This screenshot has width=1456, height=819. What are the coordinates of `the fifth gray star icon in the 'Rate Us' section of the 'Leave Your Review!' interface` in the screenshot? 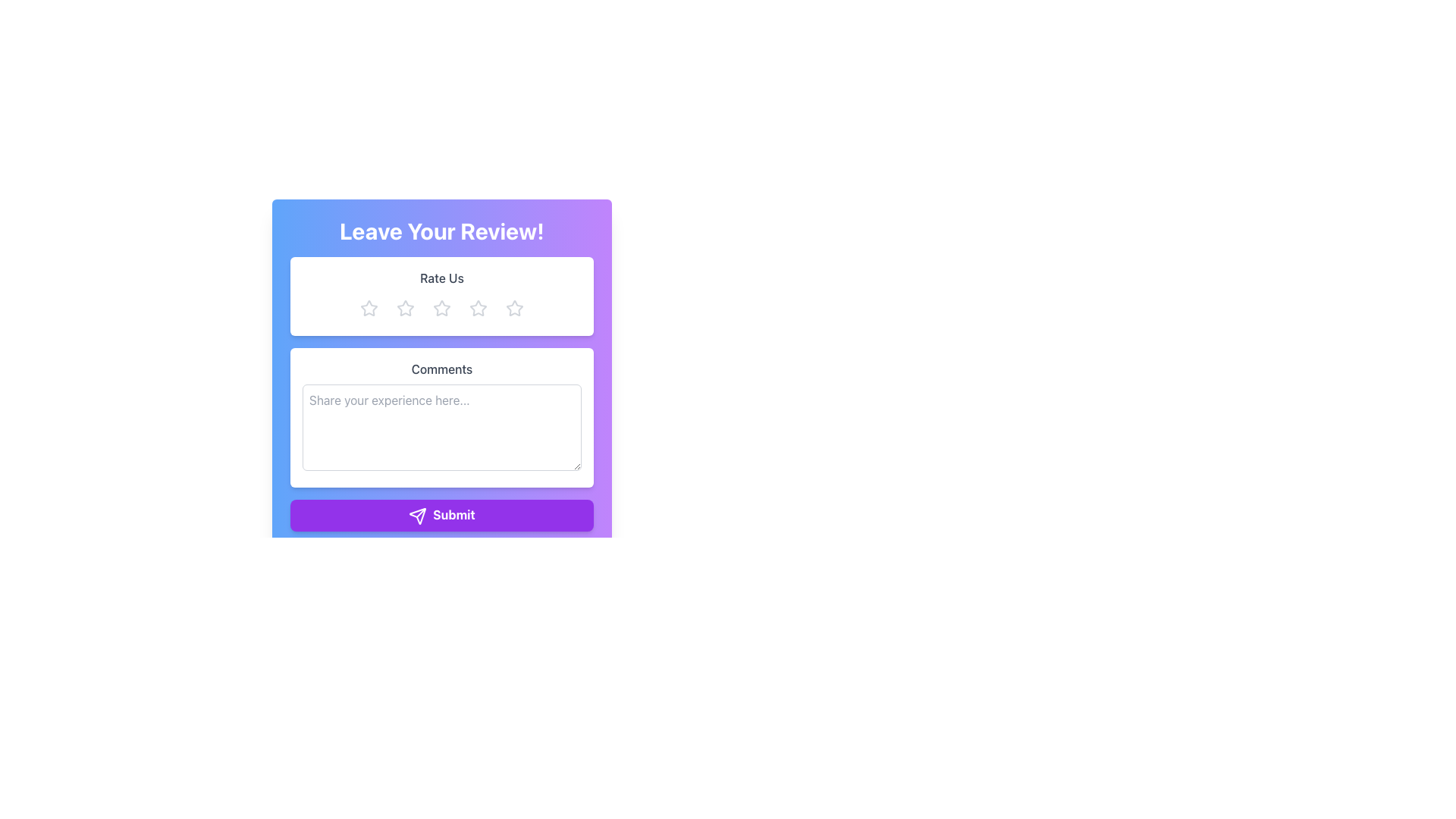 It's located at (514, 308).